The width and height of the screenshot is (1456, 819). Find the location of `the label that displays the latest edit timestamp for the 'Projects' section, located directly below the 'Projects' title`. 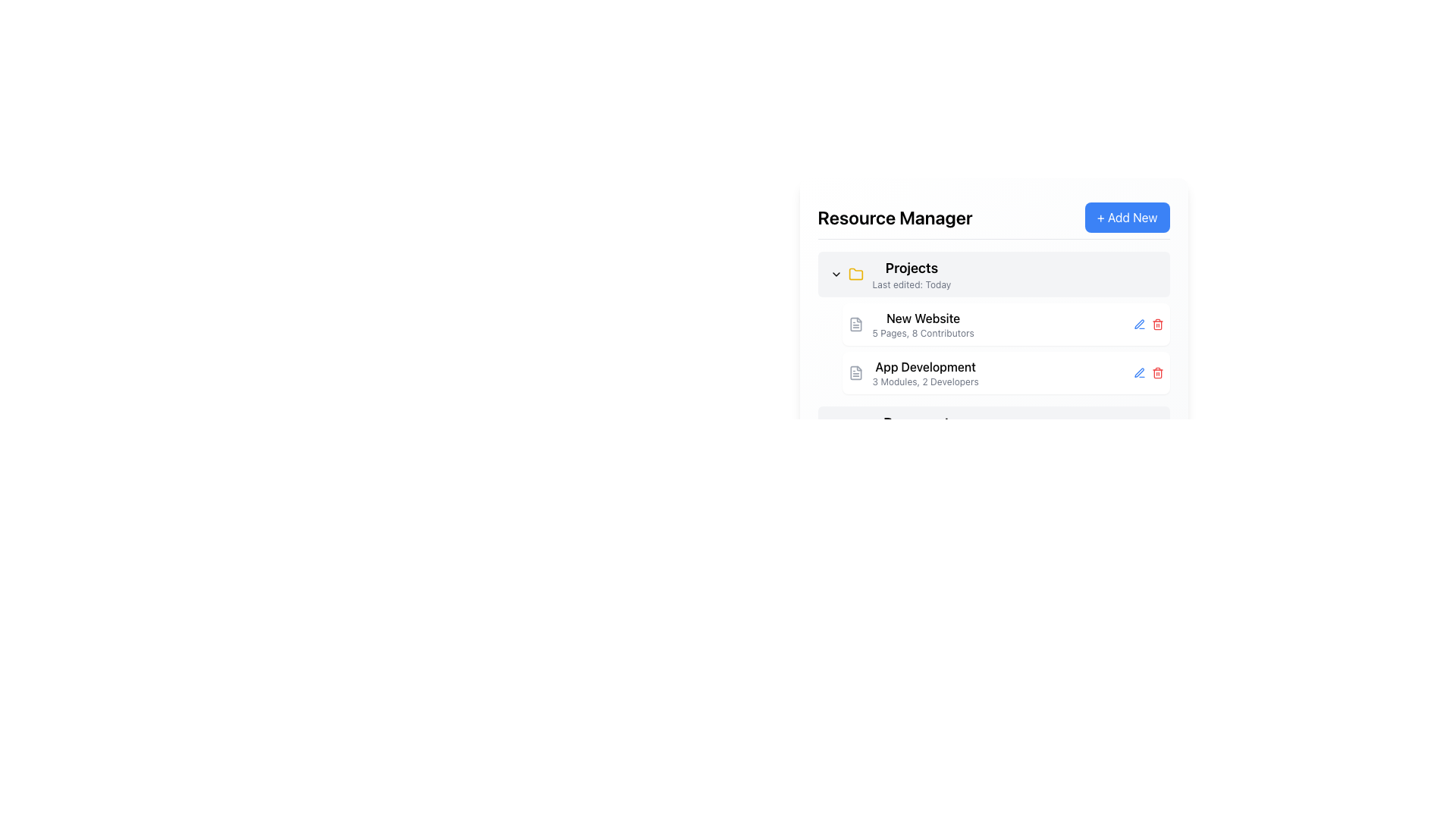

the label that displays the latest edit timestamp for the 'Projects' section, located directly below the 'Projects' title is located at coordinates (911, 284).